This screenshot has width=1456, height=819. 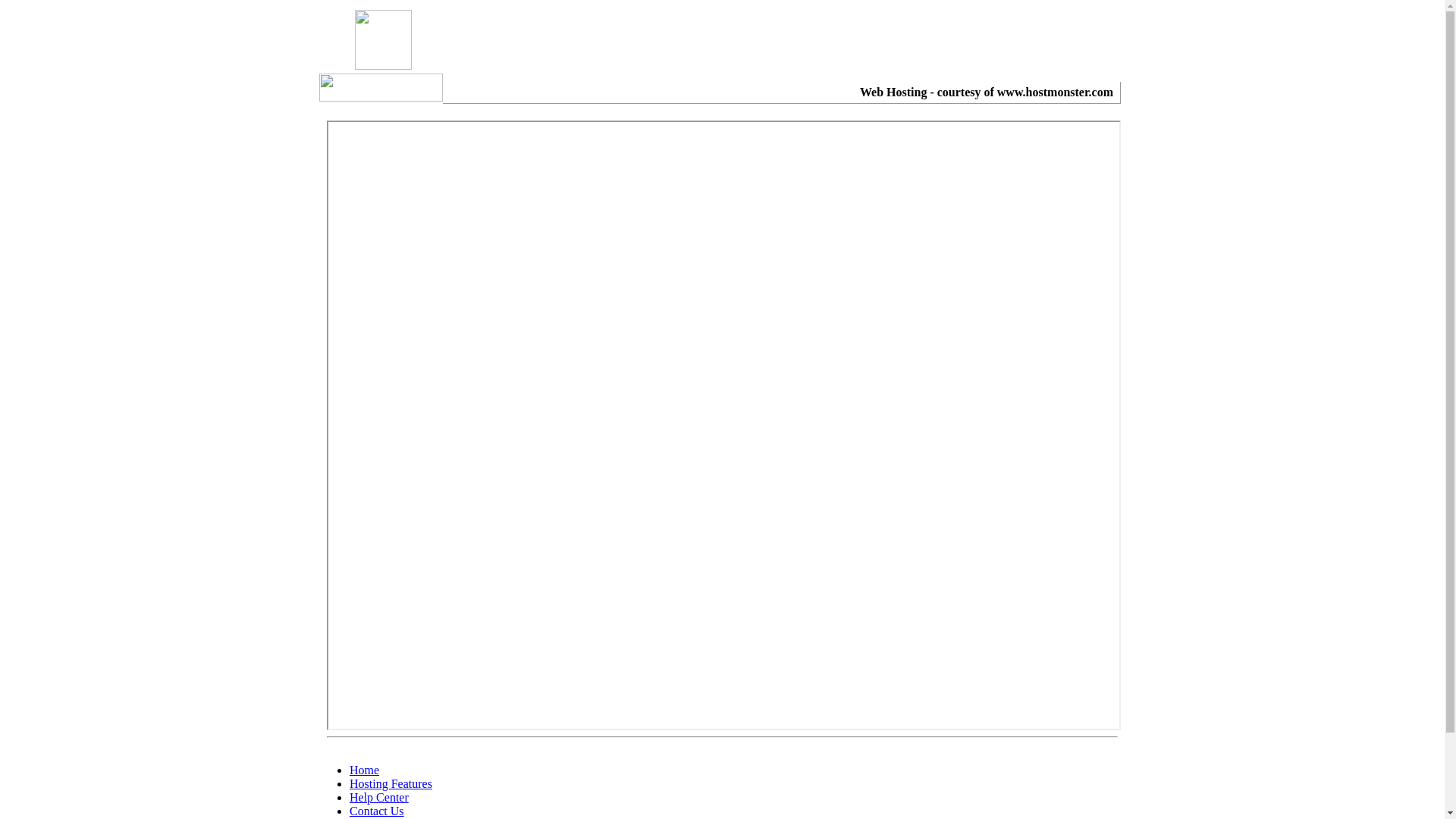 What do you see at coordinates (364, 770) in the screenshot?
I see `'Home'` at bounding box center [364, 770].